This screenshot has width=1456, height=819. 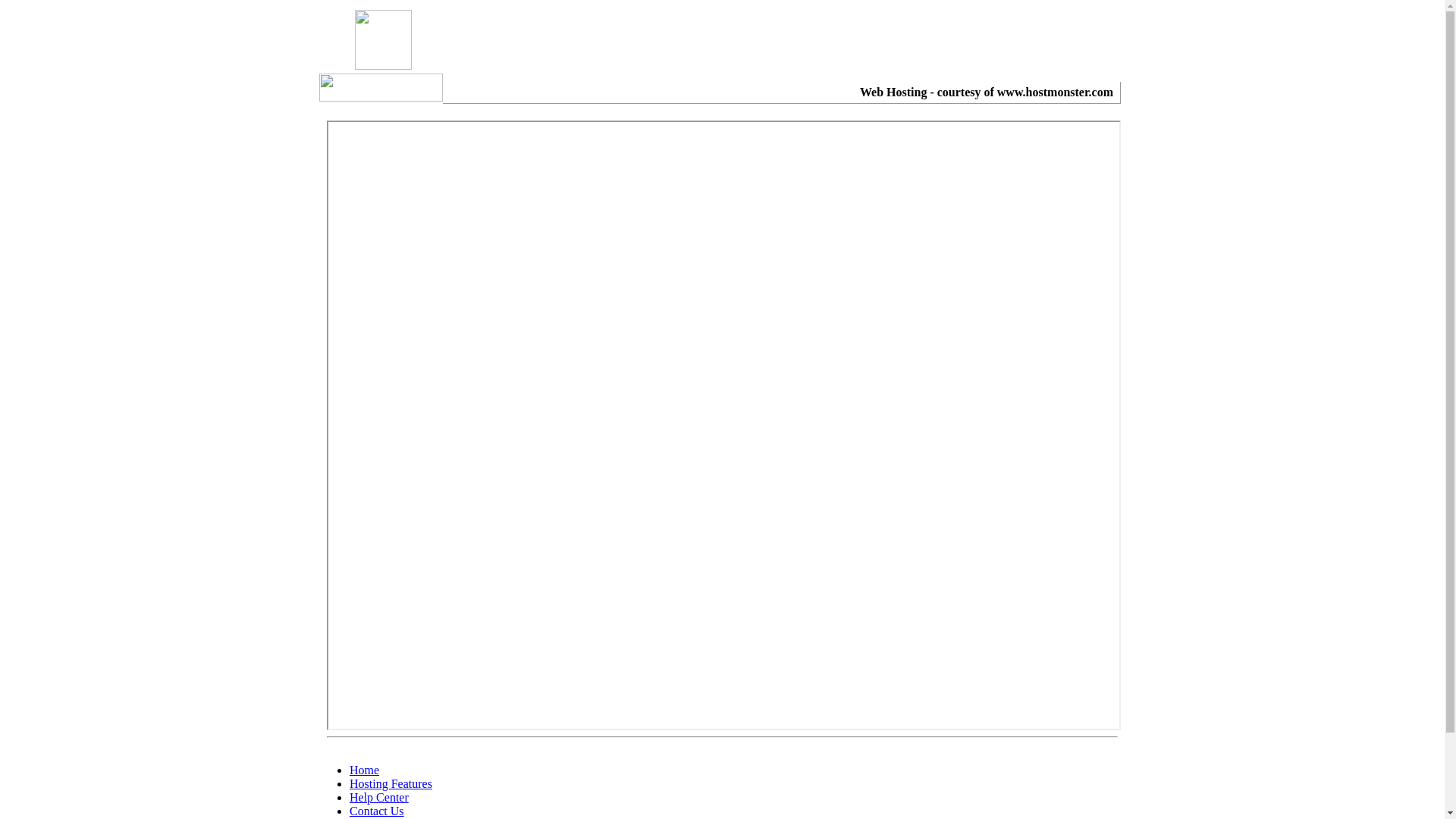 What do you see at coordinates (364, 770) in the screenshot?
I see `'Home'` at bounding box center [364, 770].